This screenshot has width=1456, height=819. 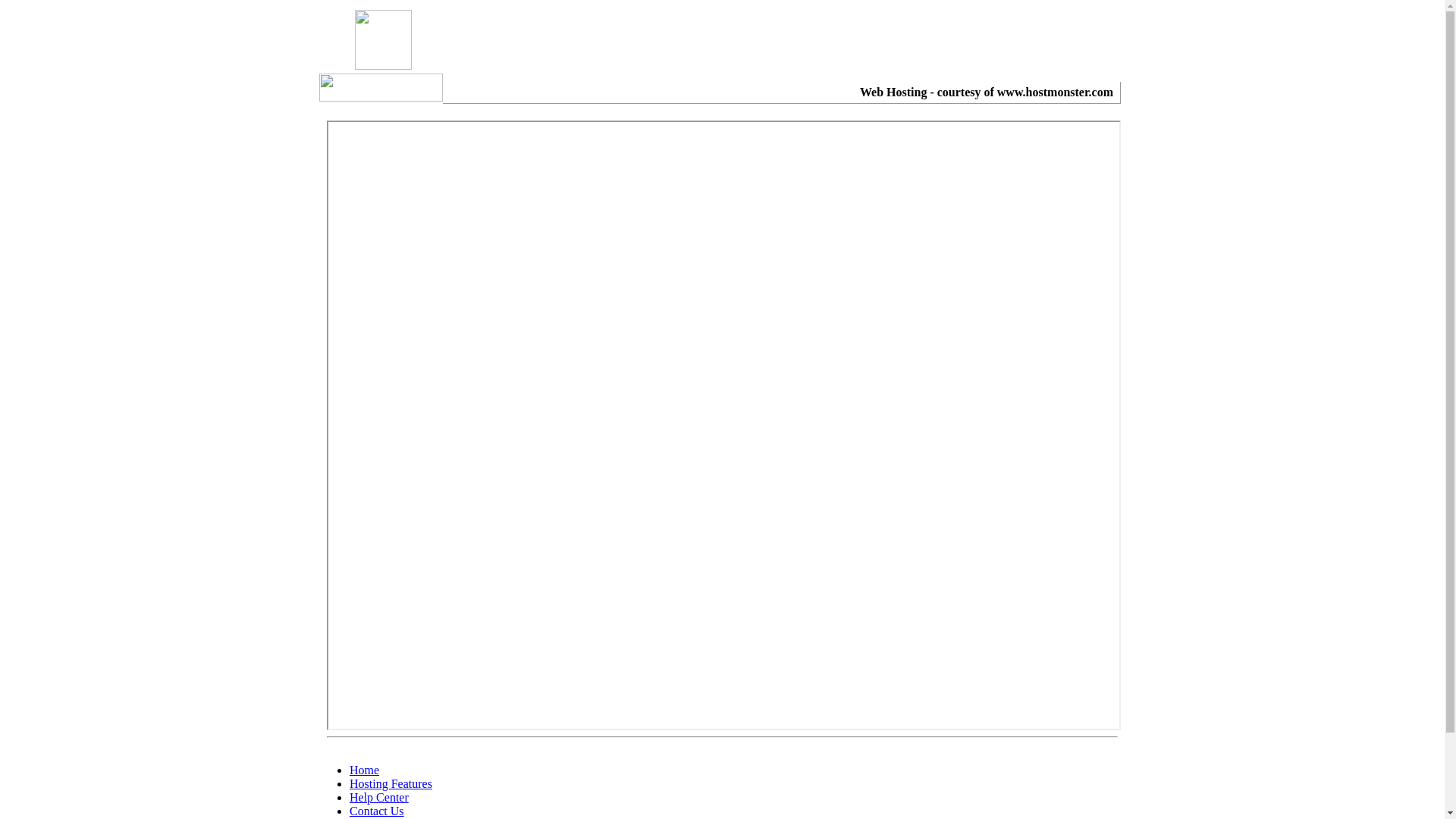 What do you see at coordinates (364, 770) in the screenshot?
I see `'Home'` at bounding box center [364, 770].